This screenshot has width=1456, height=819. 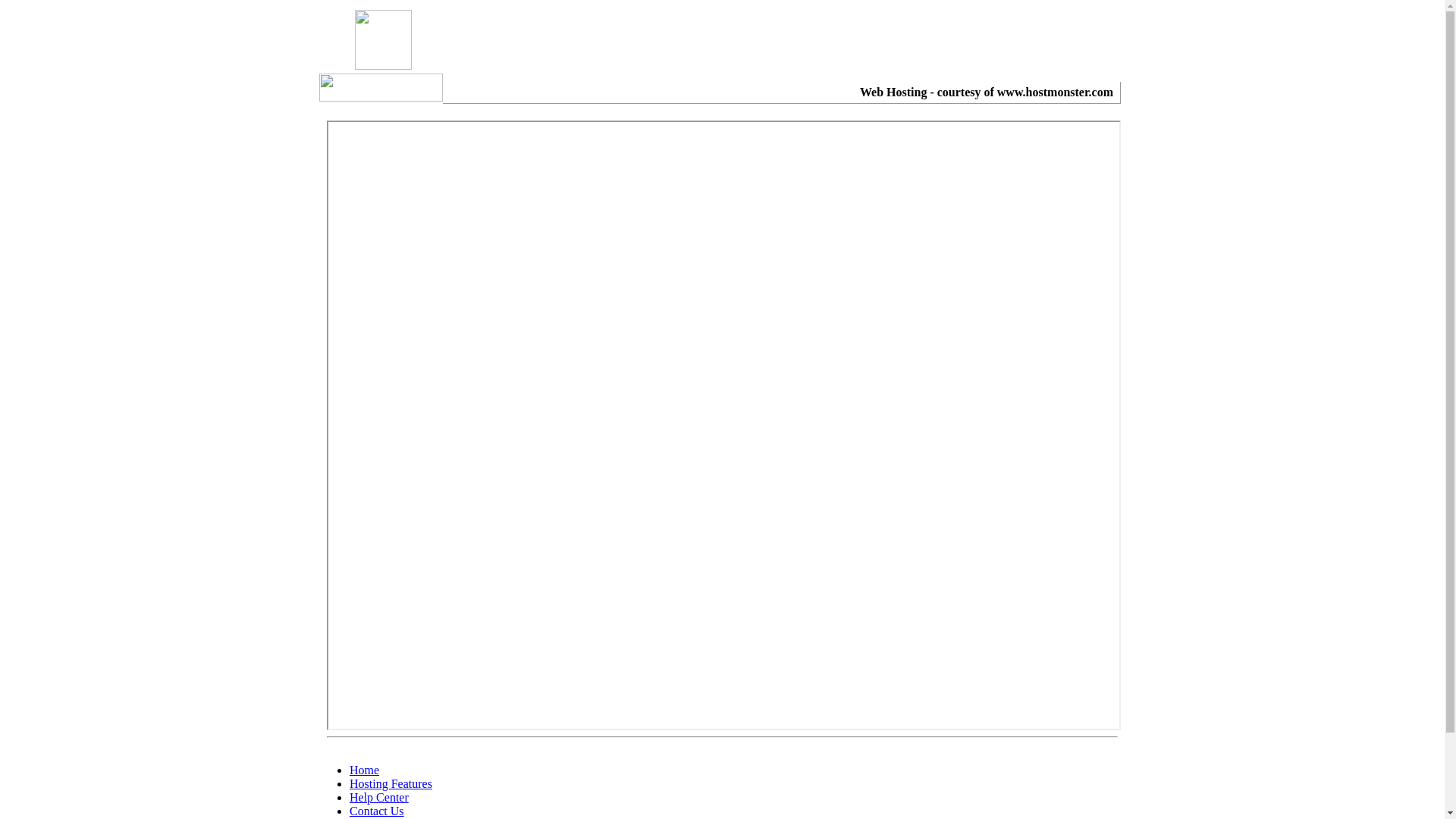 What do you see at coordinates (364, 770) in the screenshot?
I see `'Home'` at bounding box center [364, 770].